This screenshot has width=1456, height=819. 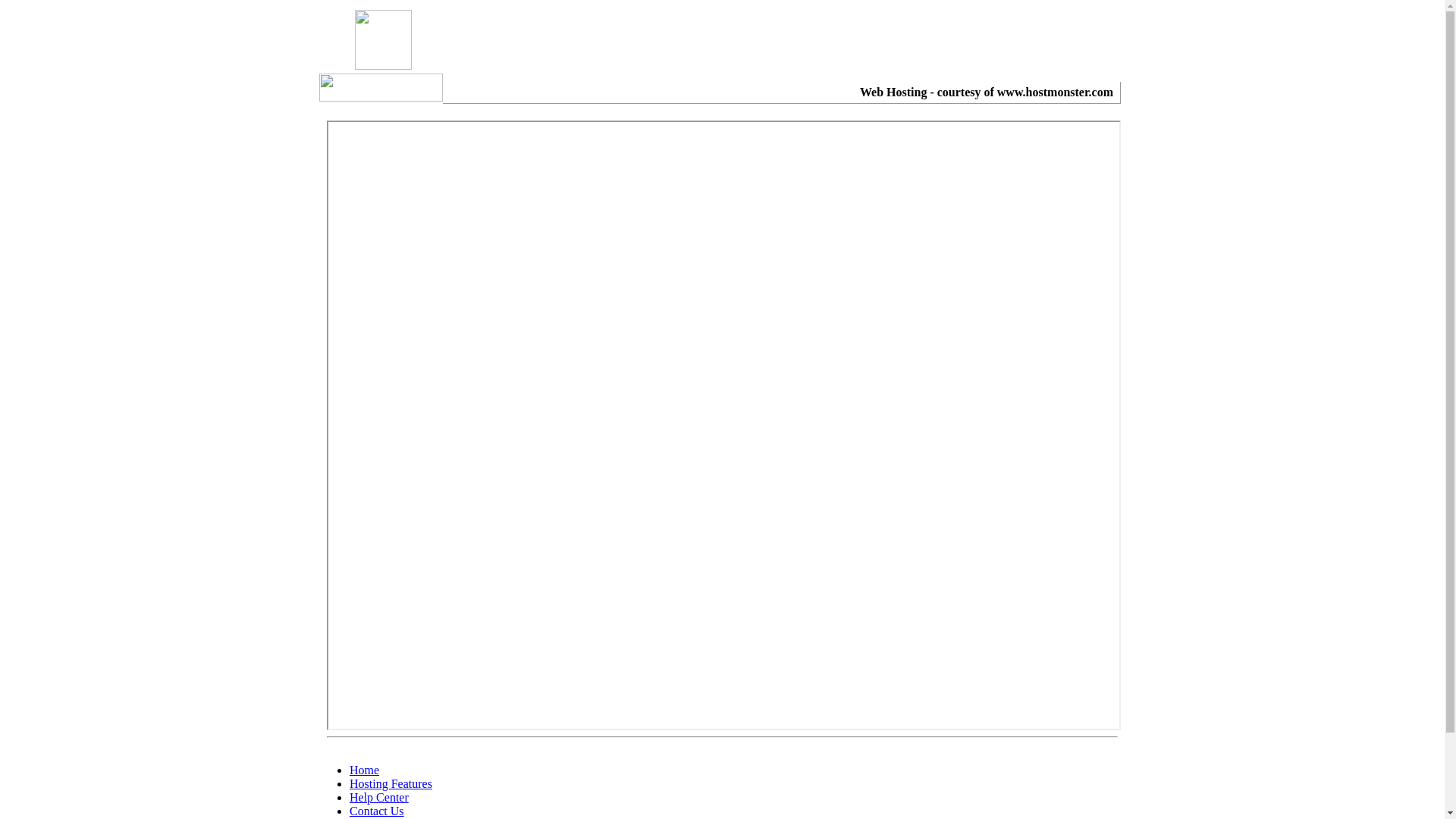 What do you see at coordinates (364, 770) in the screenshot?
I see `'Home'` at bounding box center [364, 770].